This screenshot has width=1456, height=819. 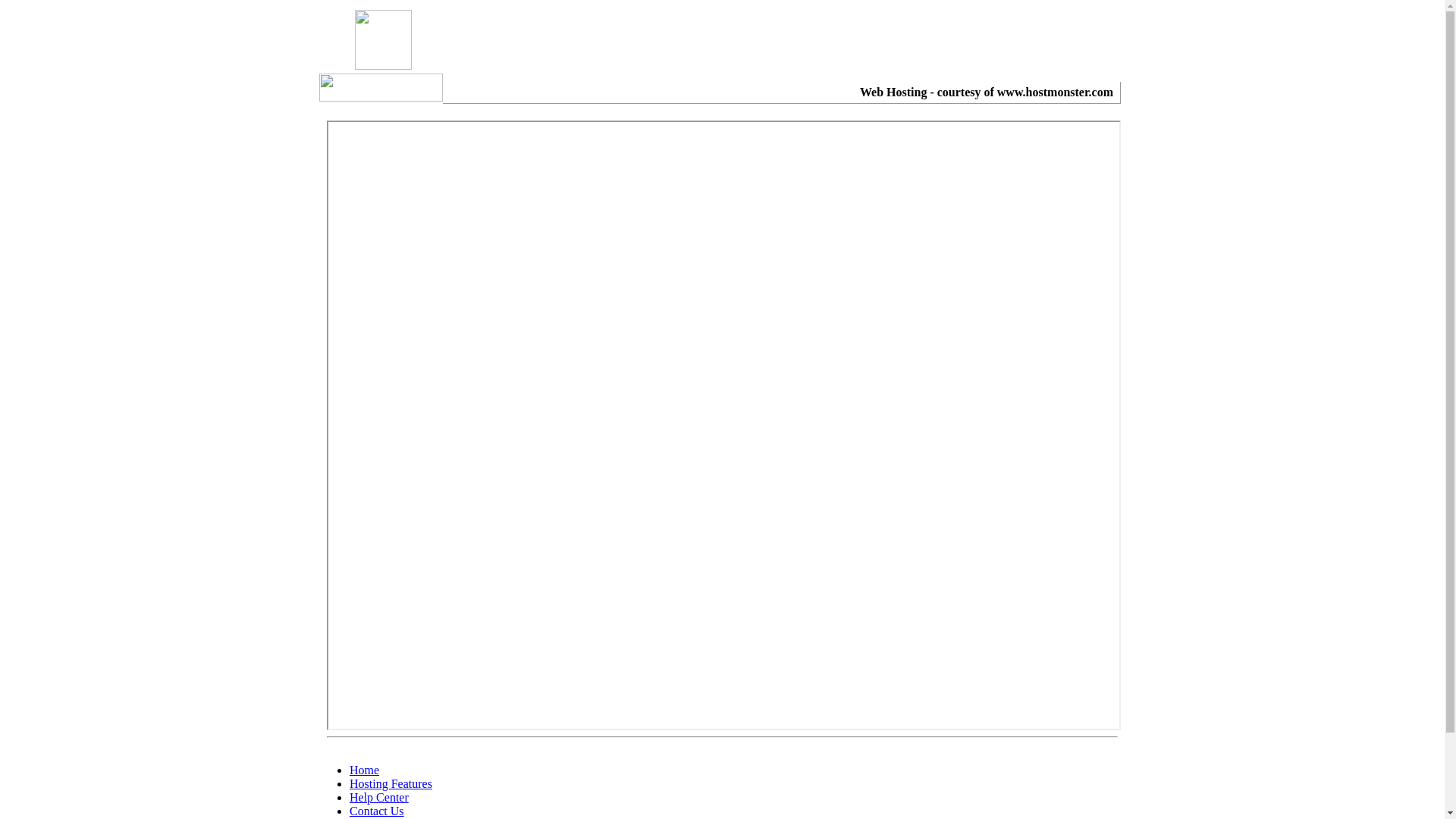 What do you see at coordinates (364, 770) in the screenshot?
I see `'Home'` at bounding box center [364, 770].